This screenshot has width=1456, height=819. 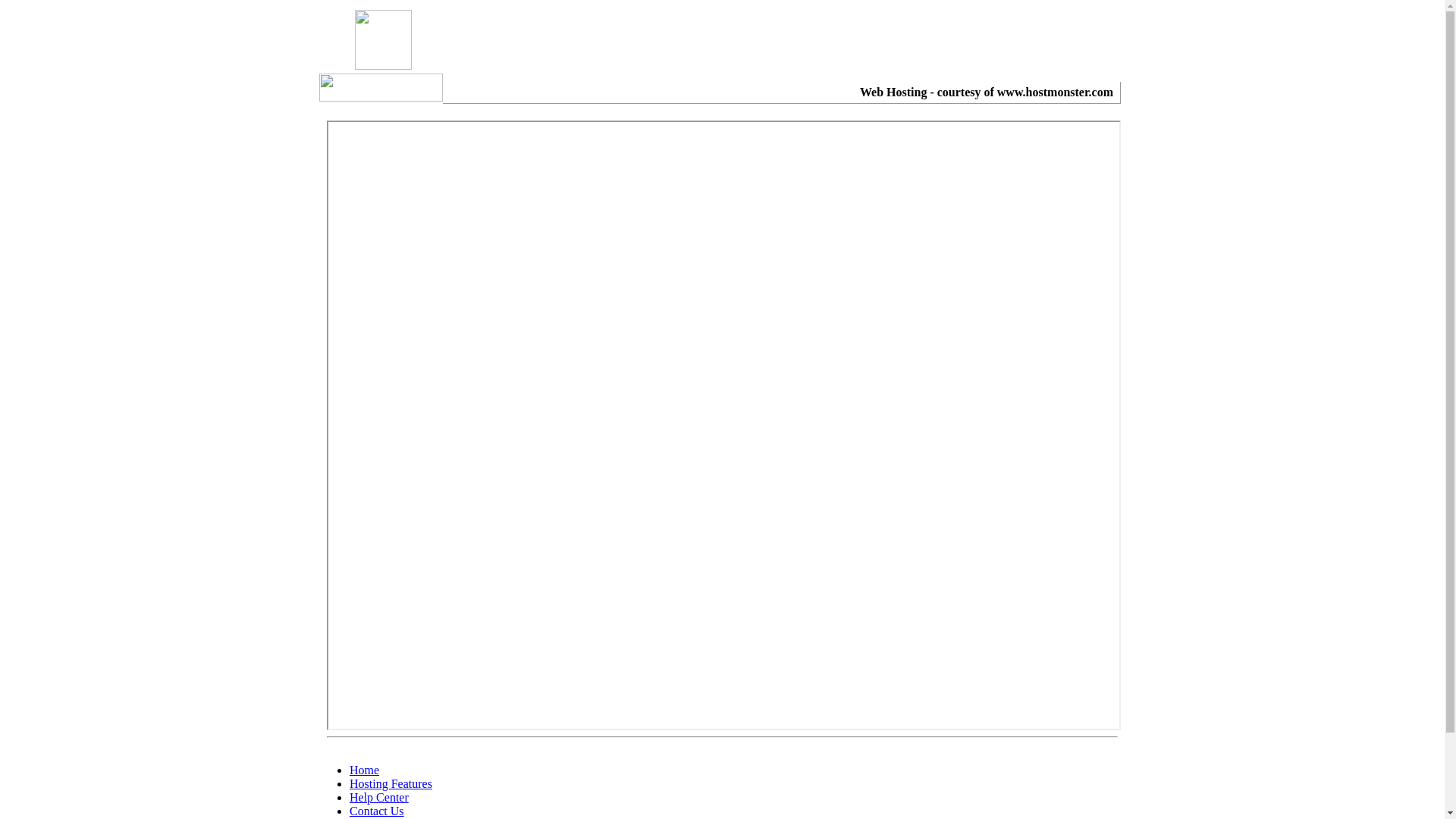 What do you see at coordinates (364, 770) in the screenshot?
I see `'Home'` at bounding box center [364, 770].